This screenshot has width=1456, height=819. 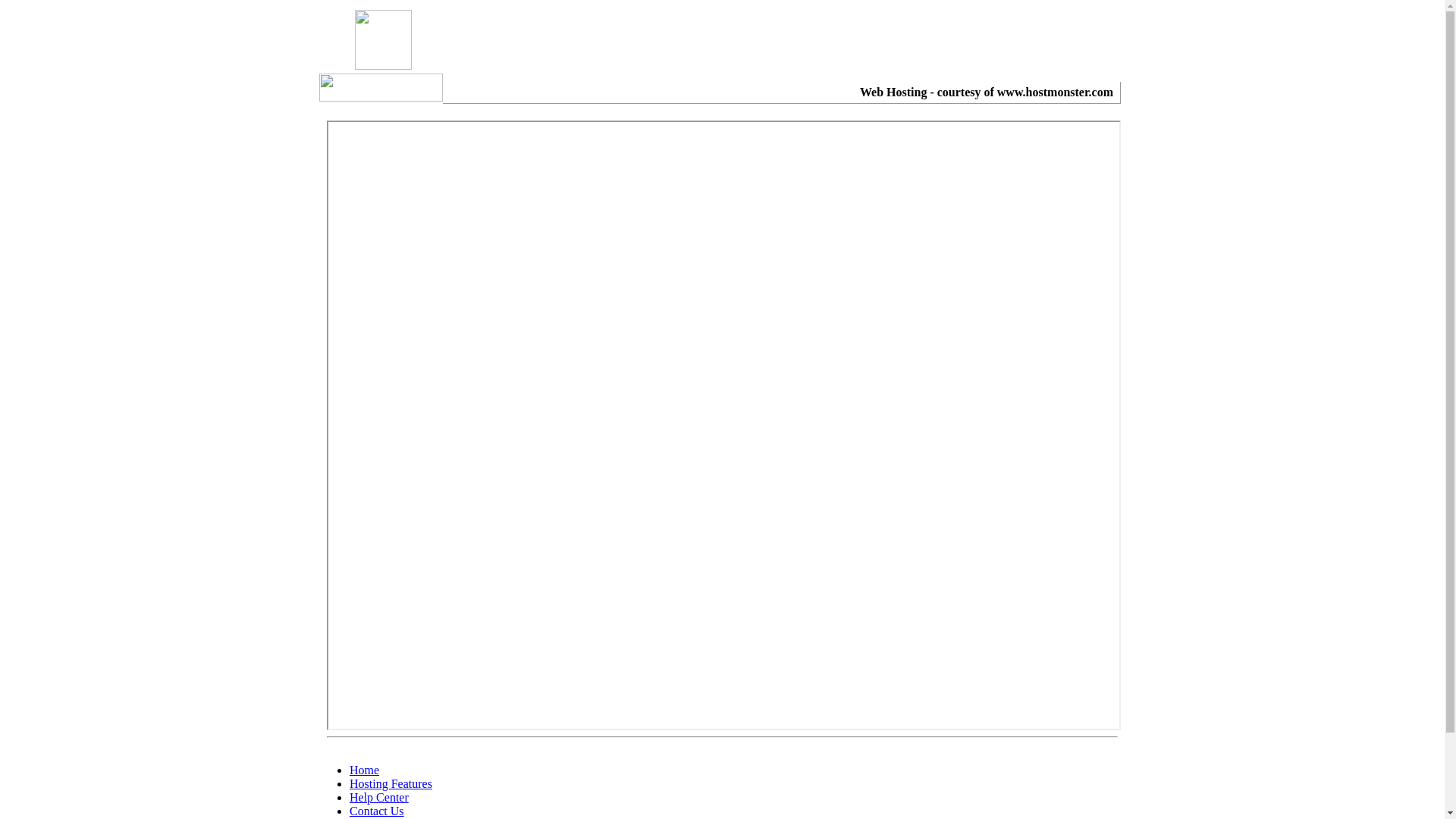 What do you see at coordinates (364, 770) in the screenshot?
I see `'Home'` at bounding box center [364, 770].